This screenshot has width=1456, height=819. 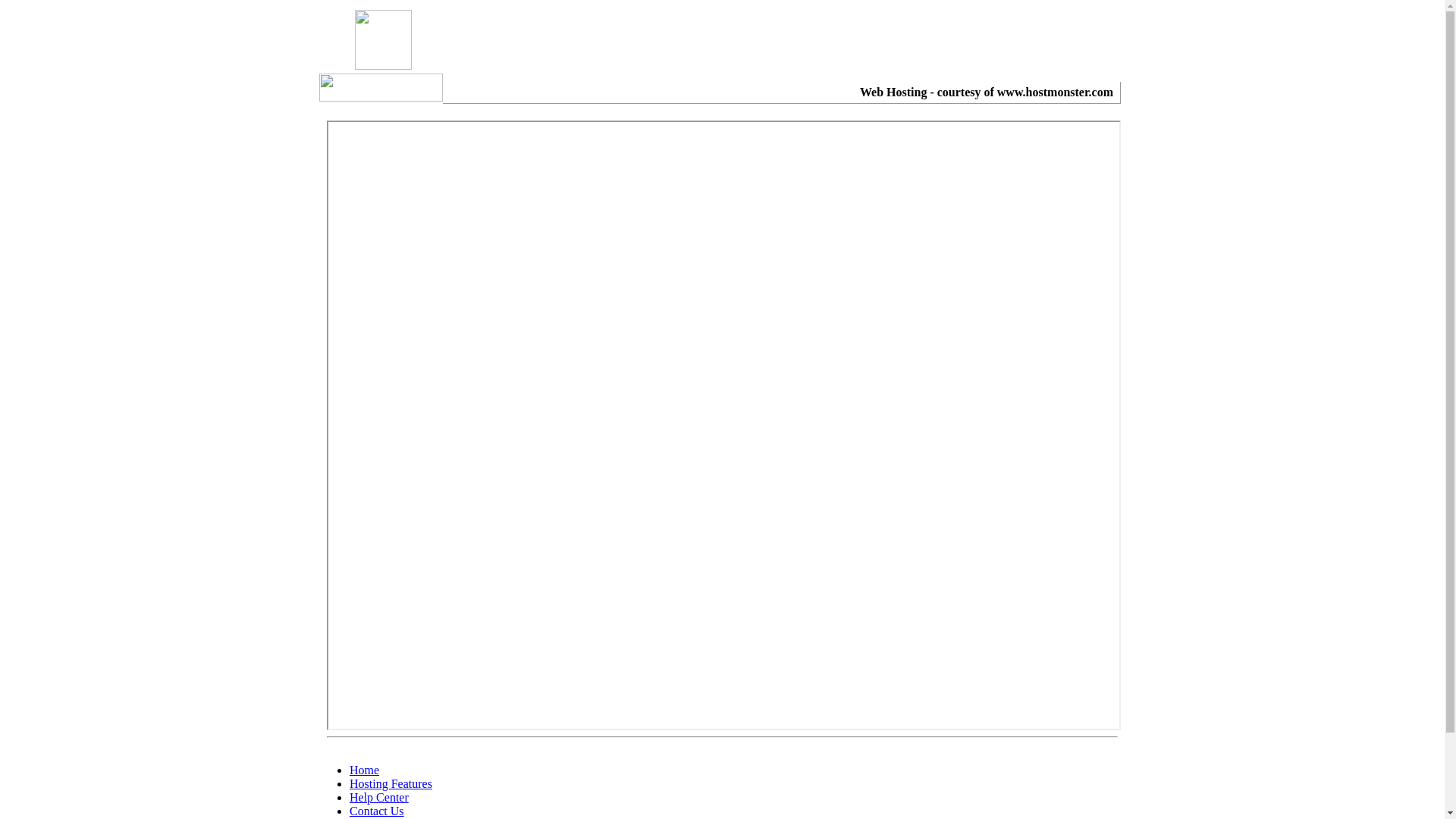 What do you see at coordinates (364, 770) in the screenshot?
I see `'Home'` at bounding box center [364, 770].